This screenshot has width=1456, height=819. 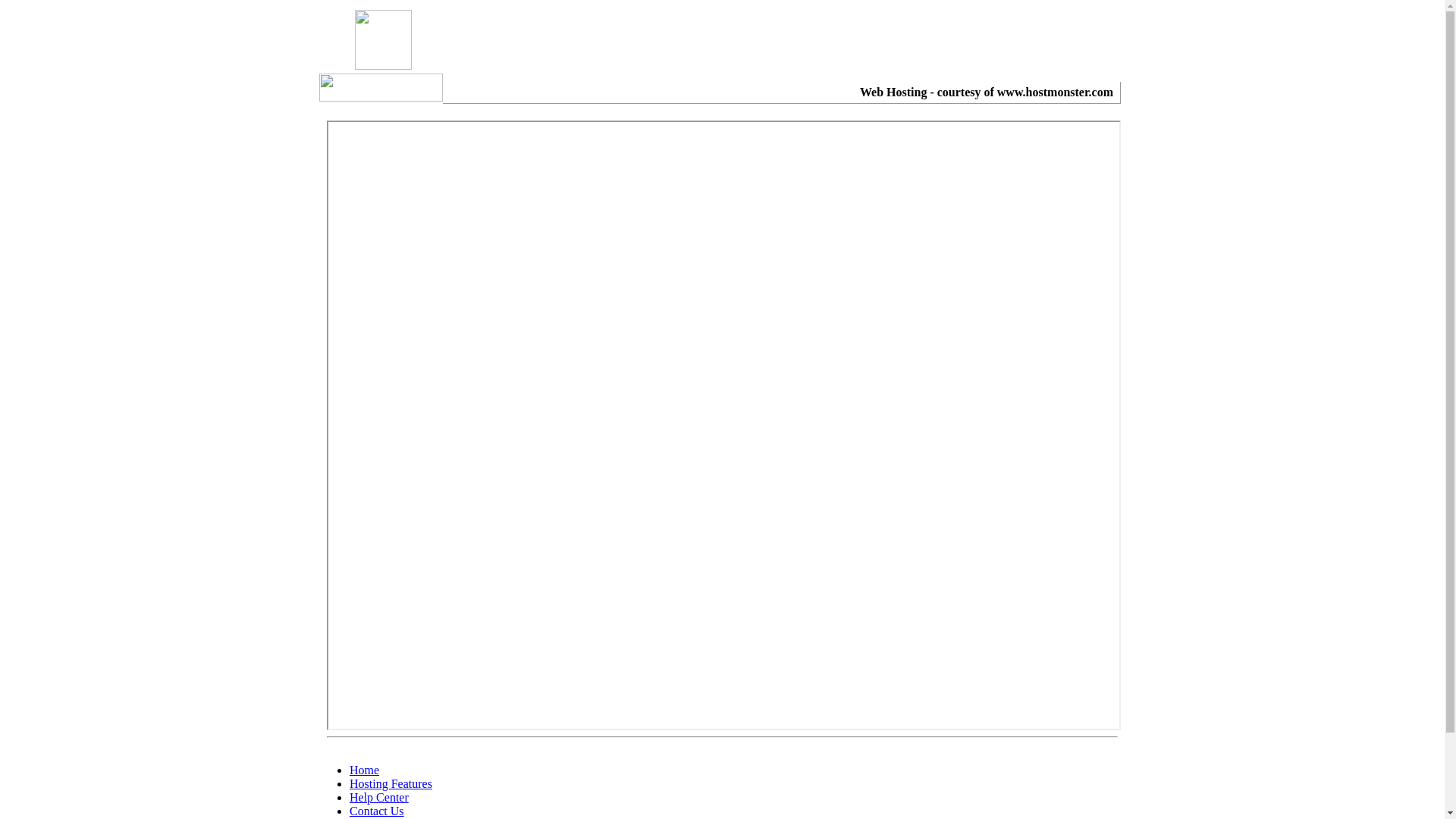 What do you see at coordinates (364, 770) in the screenshot?
I see `'Home'` at bounding box center [364, 770].